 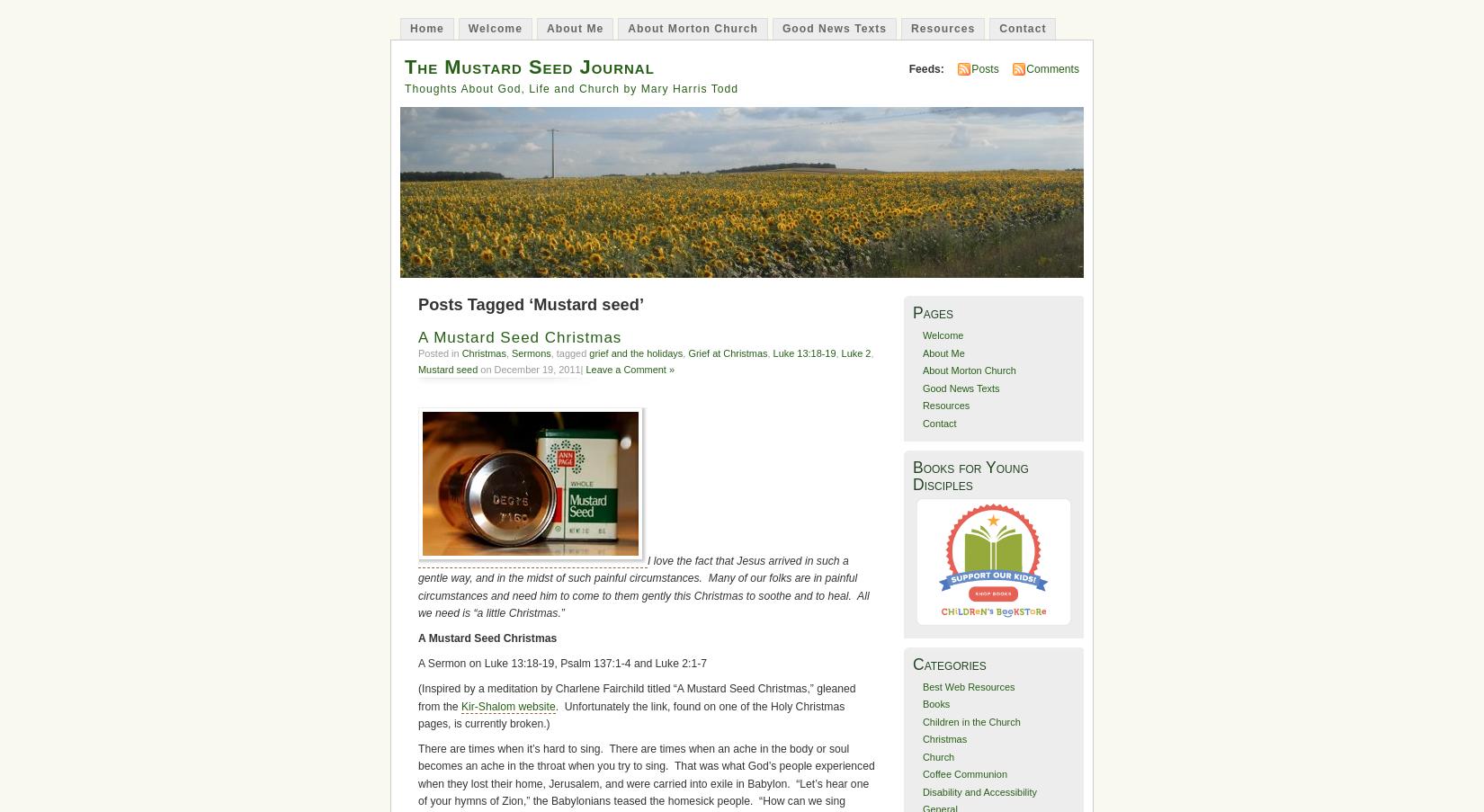 I want to click on ', tagged', so click(x=568, y=352).